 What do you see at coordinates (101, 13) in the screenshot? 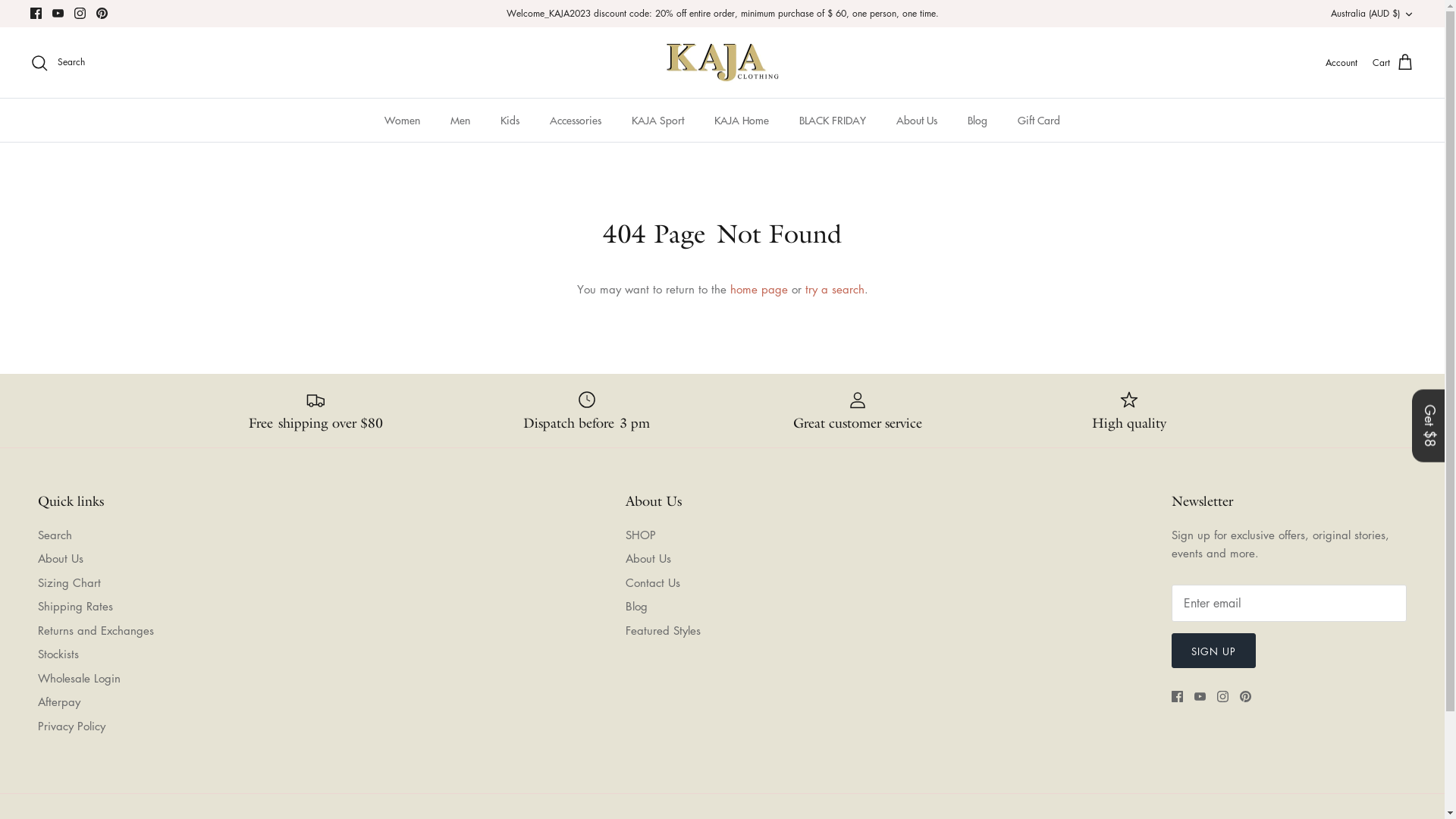
I see `'Pinterest'` at bounding box center [101, 13].